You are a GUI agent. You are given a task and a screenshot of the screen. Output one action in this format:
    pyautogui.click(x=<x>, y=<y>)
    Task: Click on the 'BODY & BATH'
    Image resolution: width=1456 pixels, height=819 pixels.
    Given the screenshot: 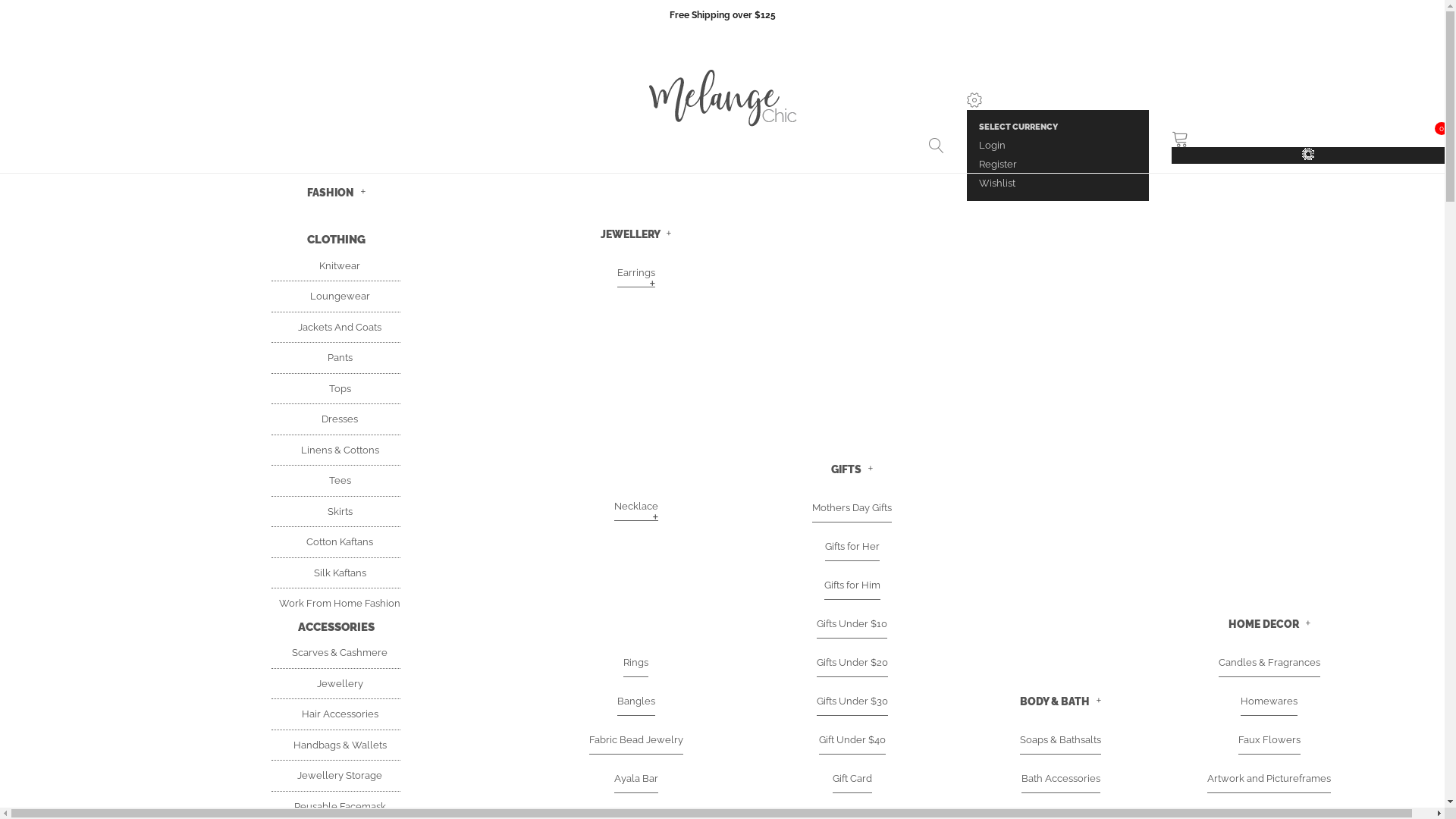 What is the action you would take?
    pyautogui.click(x=1059, y=701)
    